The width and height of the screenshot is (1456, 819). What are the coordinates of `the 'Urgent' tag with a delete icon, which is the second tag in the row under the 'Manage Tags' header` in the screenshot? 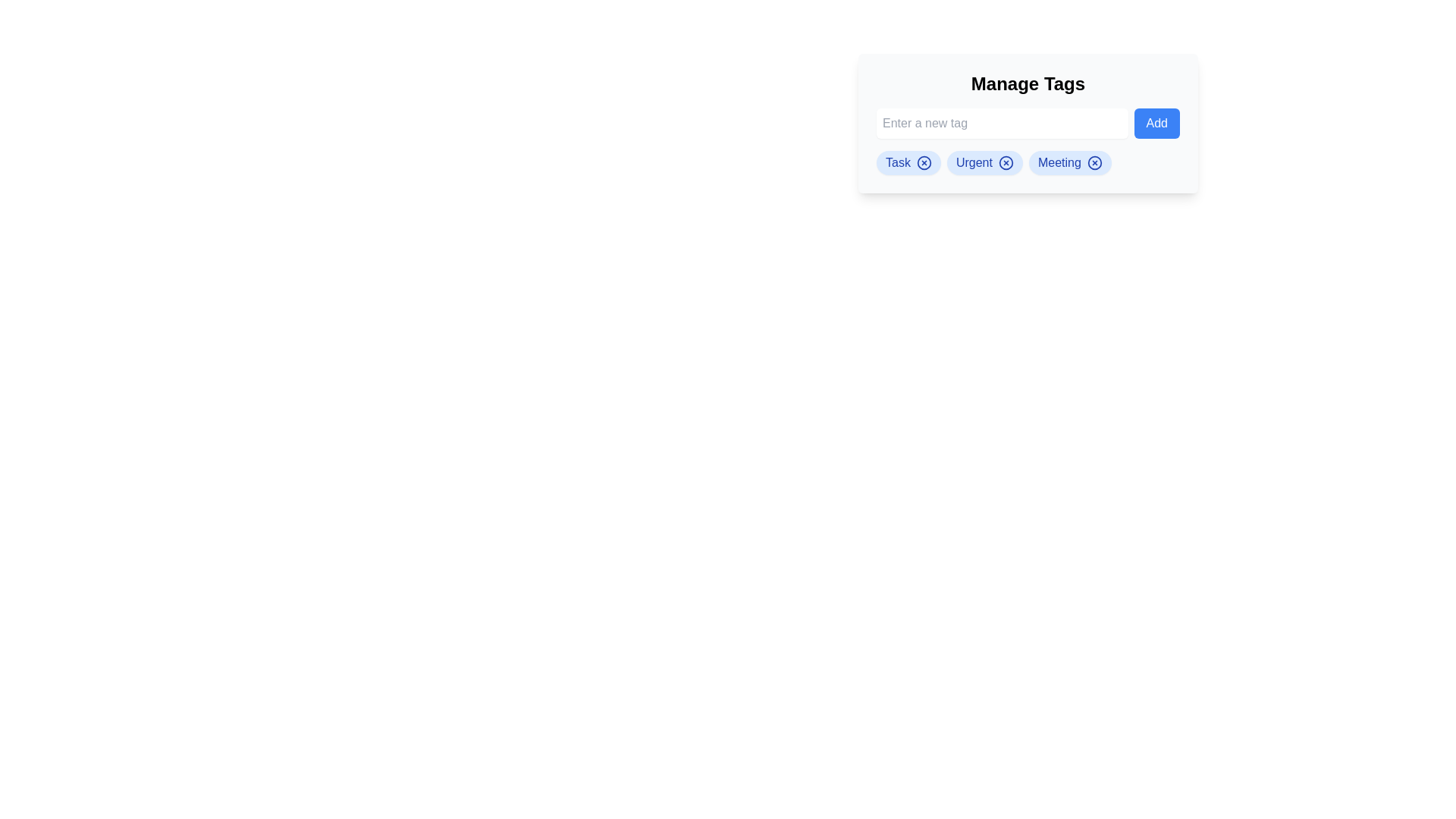 It's located at (984, 163).